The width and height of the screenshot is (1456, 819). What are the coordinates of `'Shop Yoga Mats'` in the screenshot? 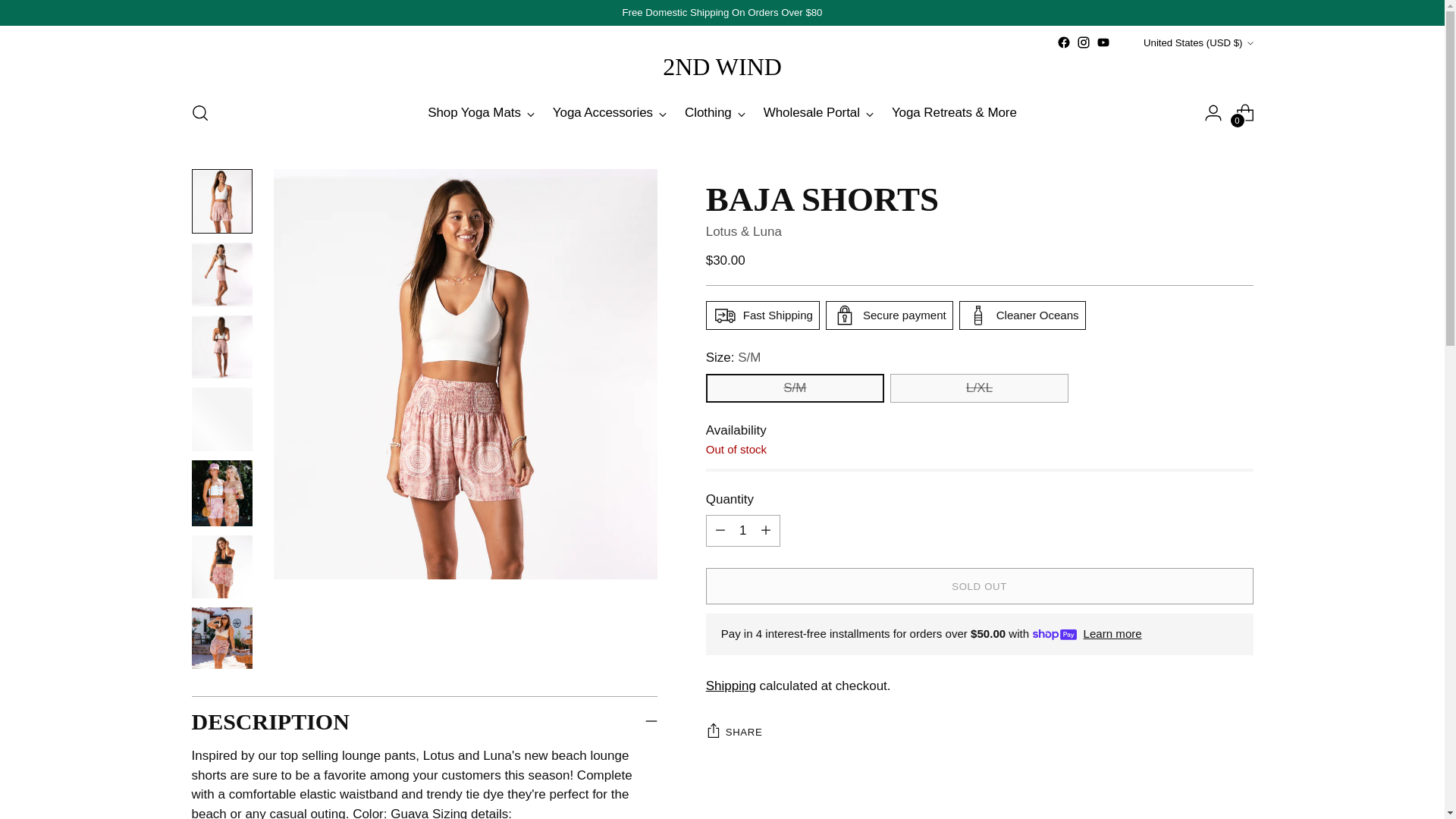 It's located at (480, 112).